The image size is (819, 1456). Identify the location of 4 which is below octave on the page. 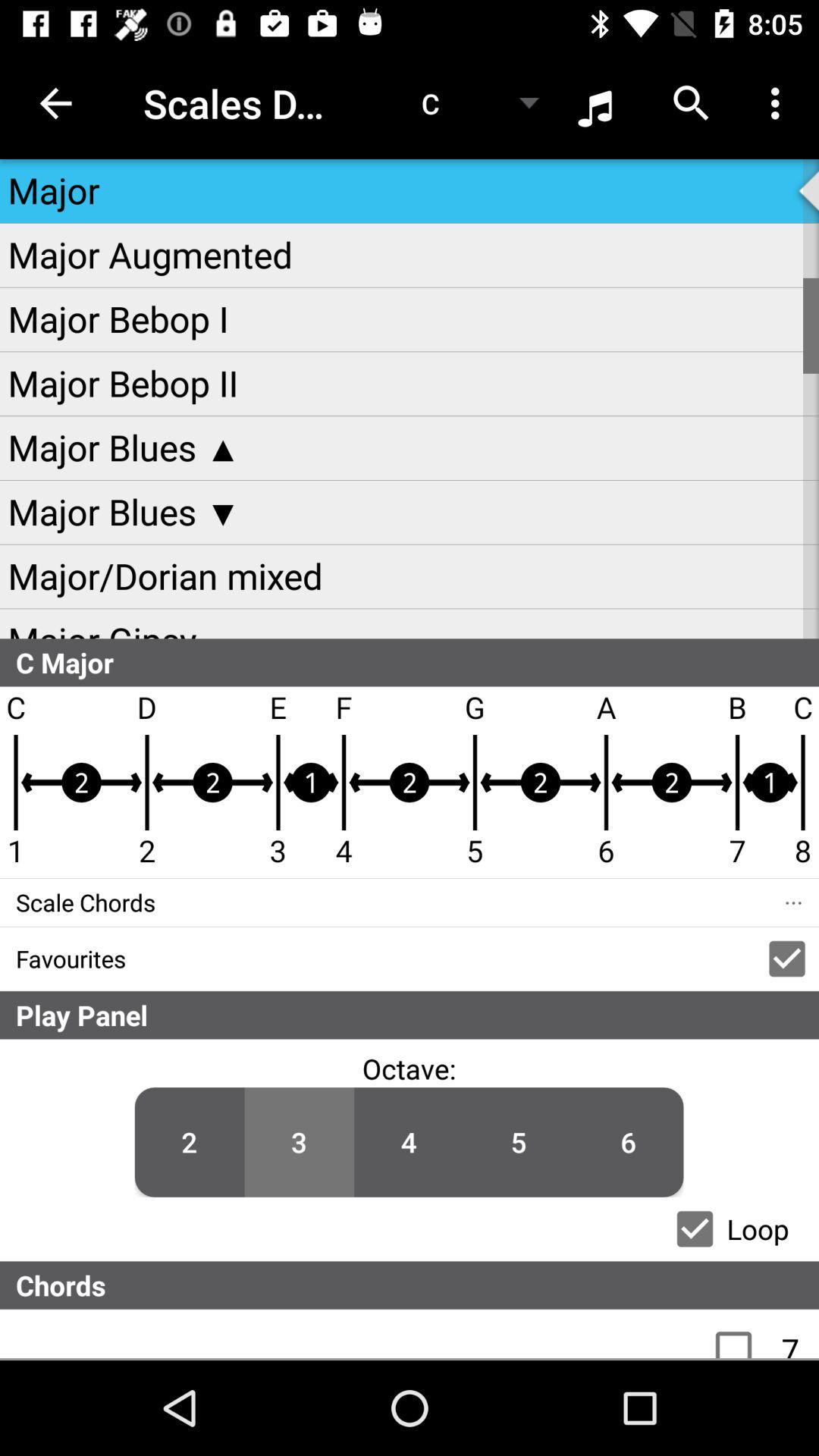
(408, 1142).